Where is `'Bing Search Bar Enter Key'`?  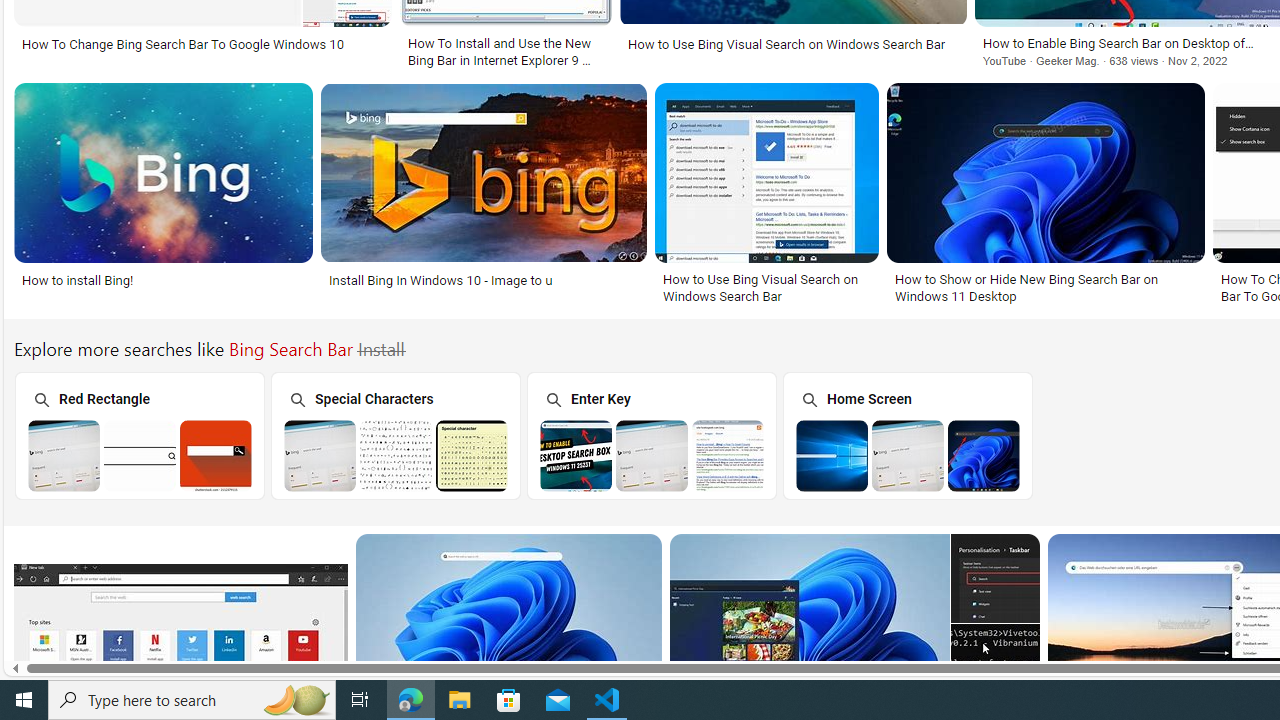 'Bing Search Bar Enter Key' is located at coordinates (652, 455).